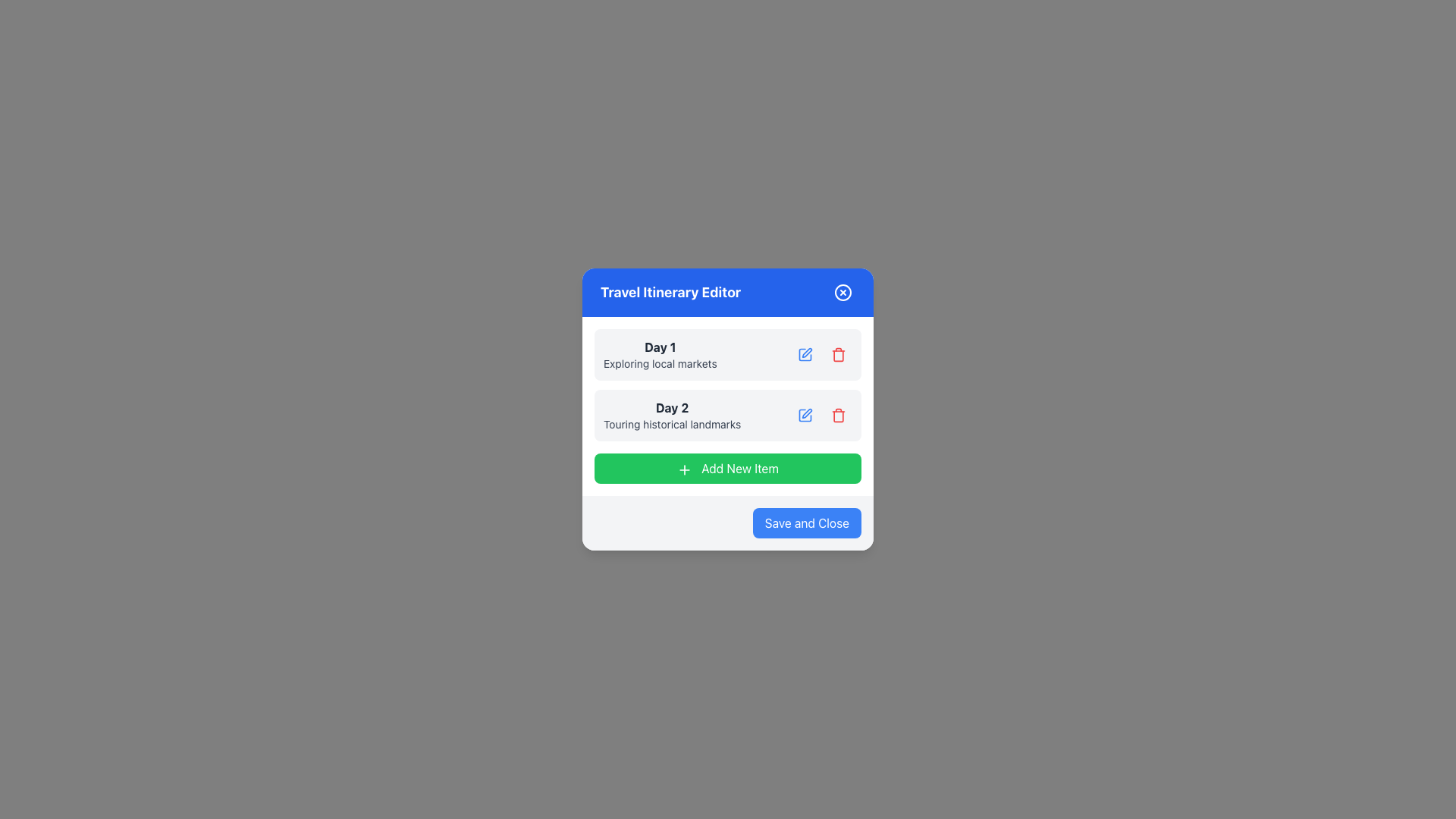  Describe the element at coordinates (804, 354) in the screenshot. I see `the rounded button with a light gray background and a blue pen icon located in the upper-right corner of the 'Day 1' item in the 'Travel Itinerary Editor'` at that location.